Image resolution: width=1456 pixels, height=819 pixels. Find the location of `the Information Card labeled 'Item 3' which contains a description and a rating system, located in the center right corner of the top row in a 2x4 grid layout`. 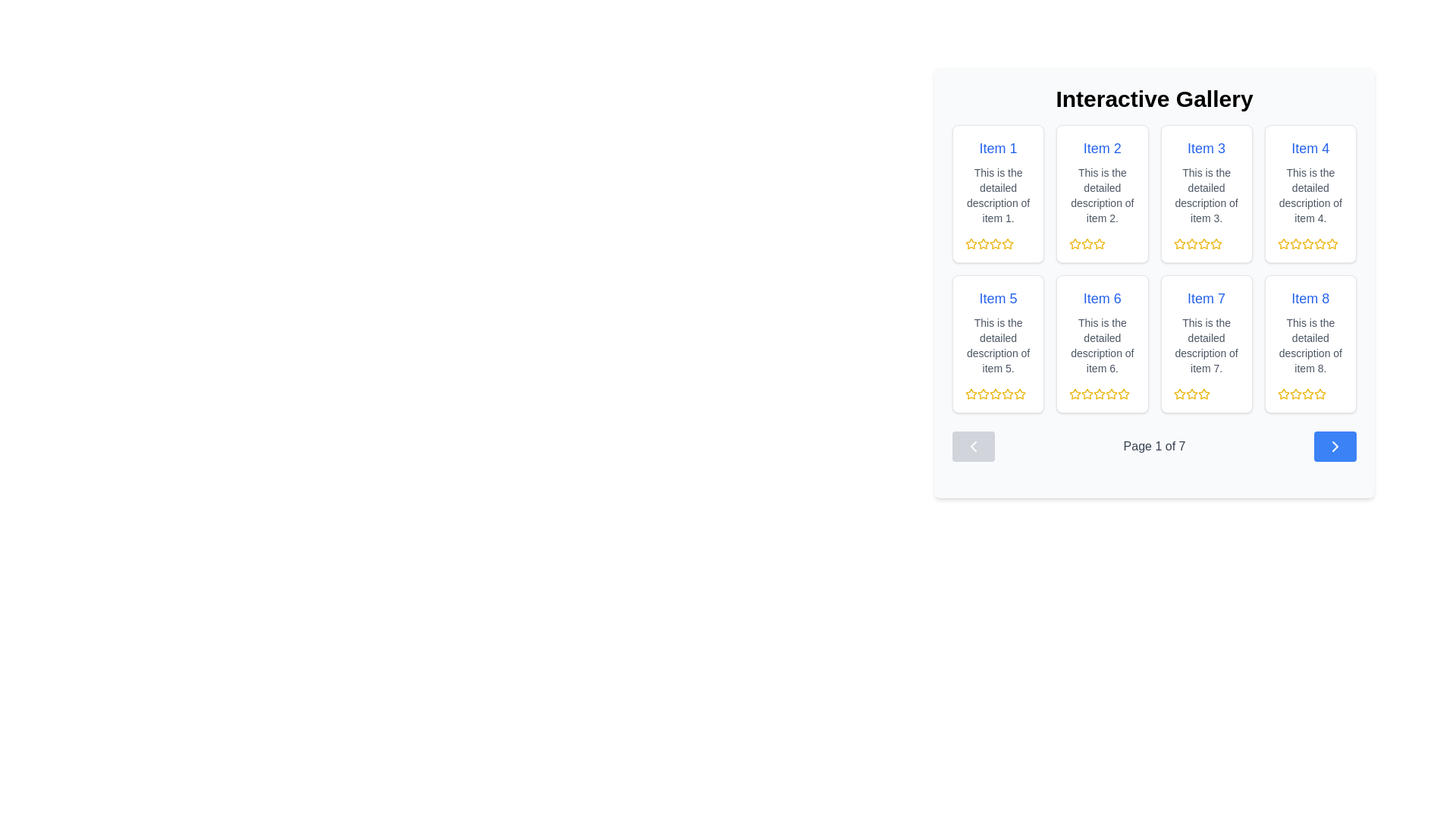

the Information Card labeled 'Item 3' which contains a description and a rating system, located in the center right corner of the top row in a 2x4 grid layout is located at coordinates (1206, 193).